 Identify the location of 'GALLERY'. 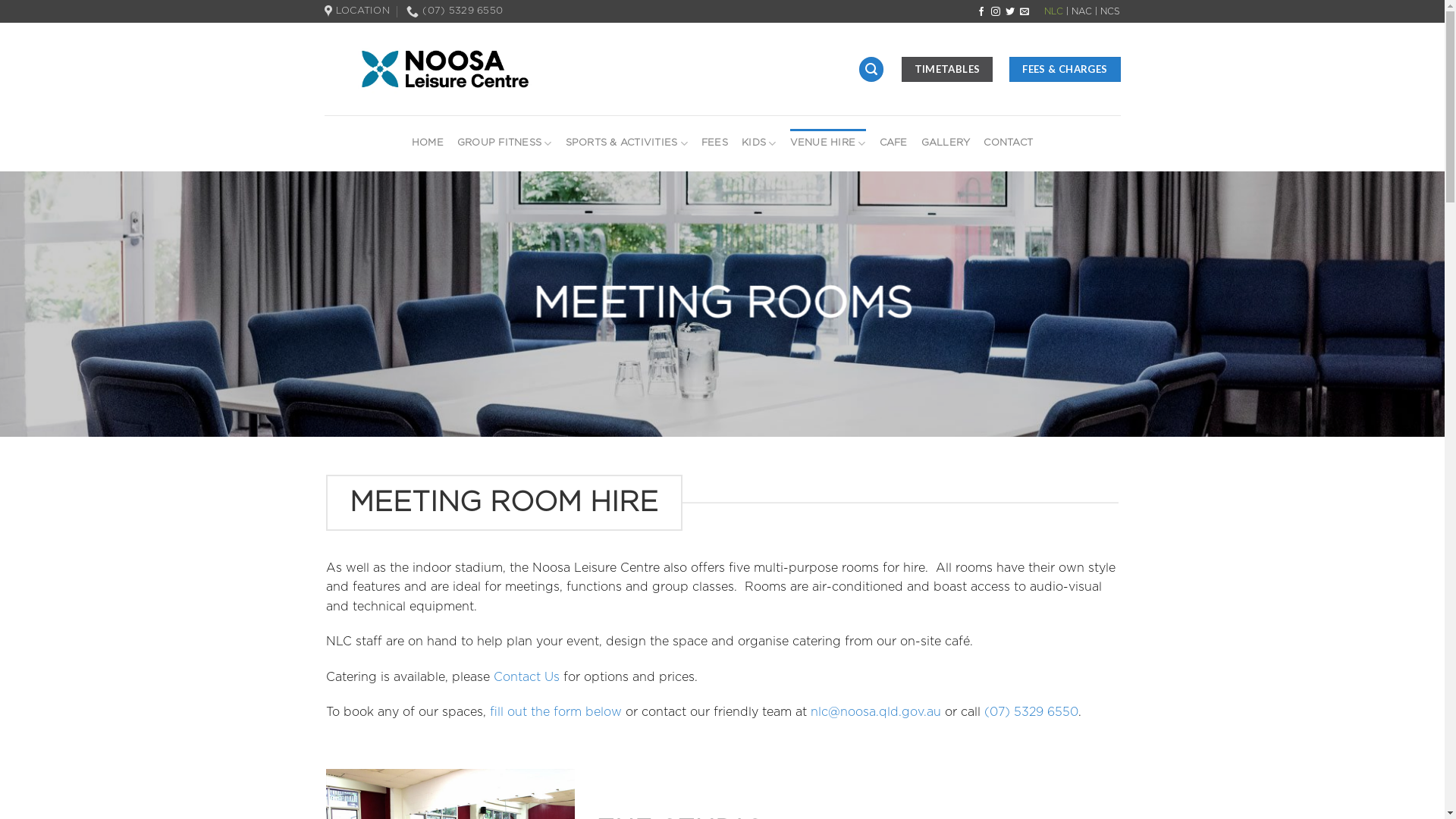
(945, 143).